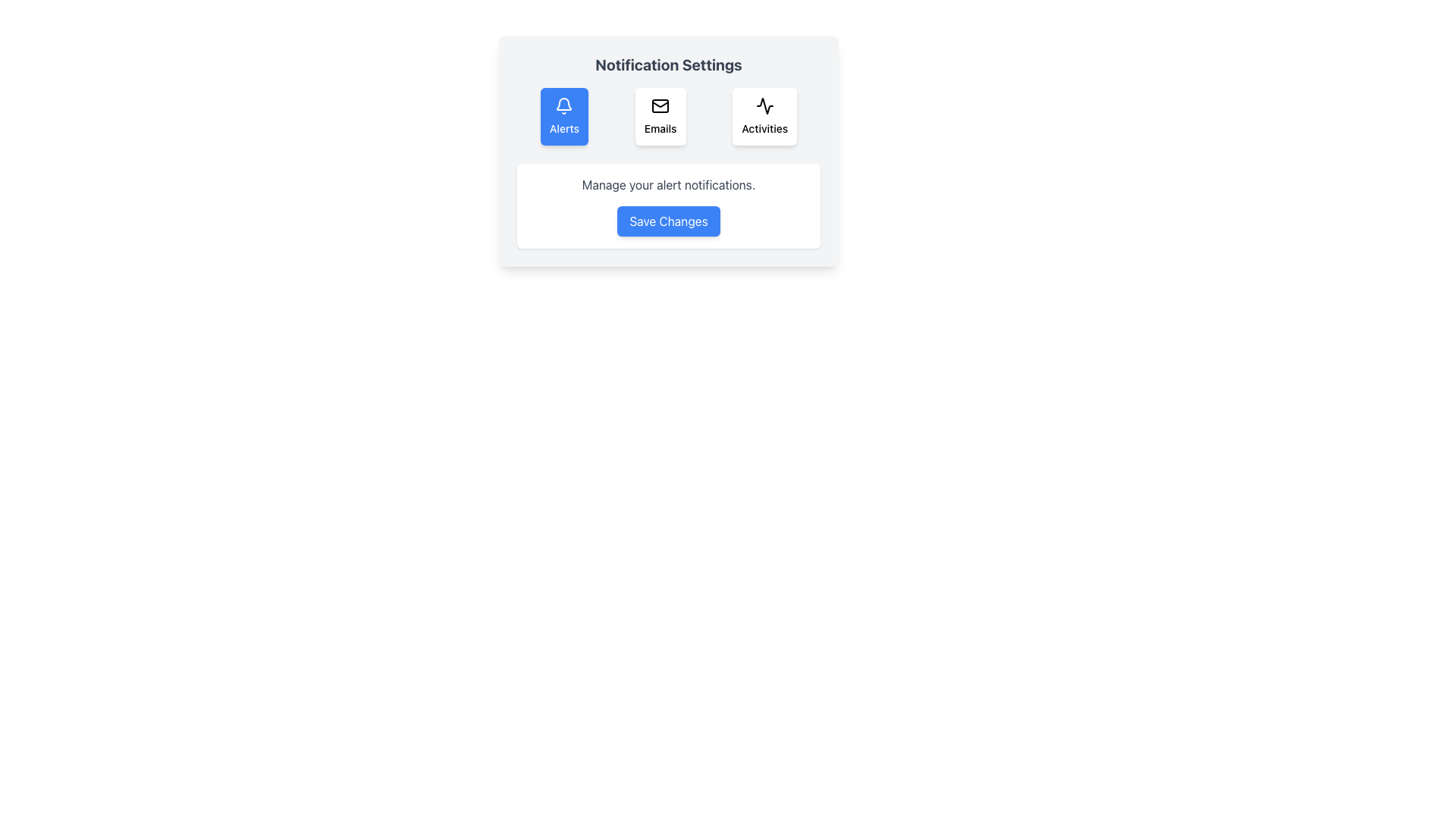 The image size is (1456, 819). Describe the element at coordinates (668, 184) in the screenshot. I see `the text label that says 'Manage your alert notifications.' which is located below the toggles section for 'Alerts', 'Emails', and 'Activities' and above the 'Save Changes' button in the 'Notification Settings' section` at that location.